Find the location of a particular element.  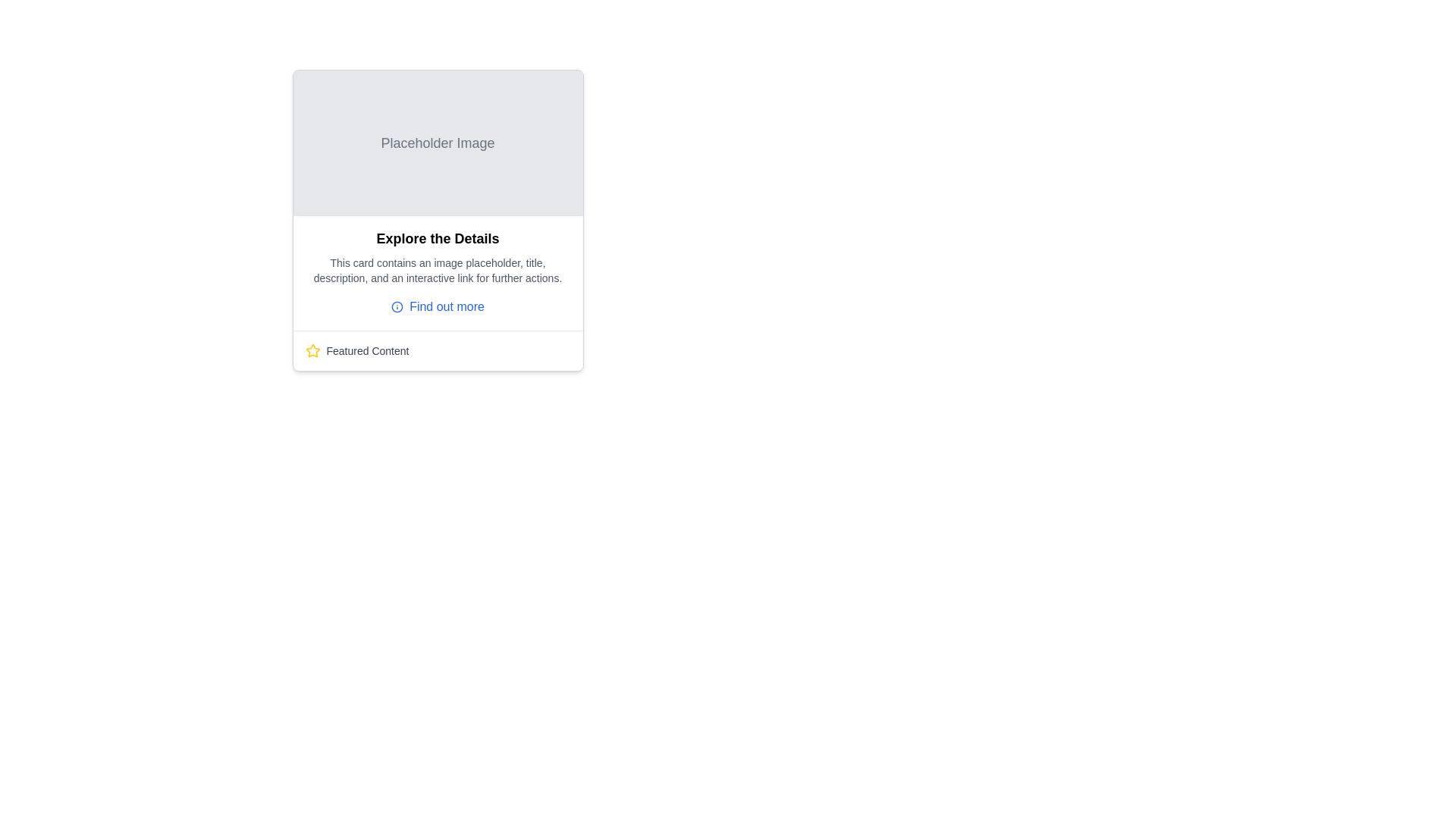

the text within the Content card section, which is centrally positioned below the placeholder image and above the Featured Content, to ensure accessibility support is located at coordinates (437, 273).